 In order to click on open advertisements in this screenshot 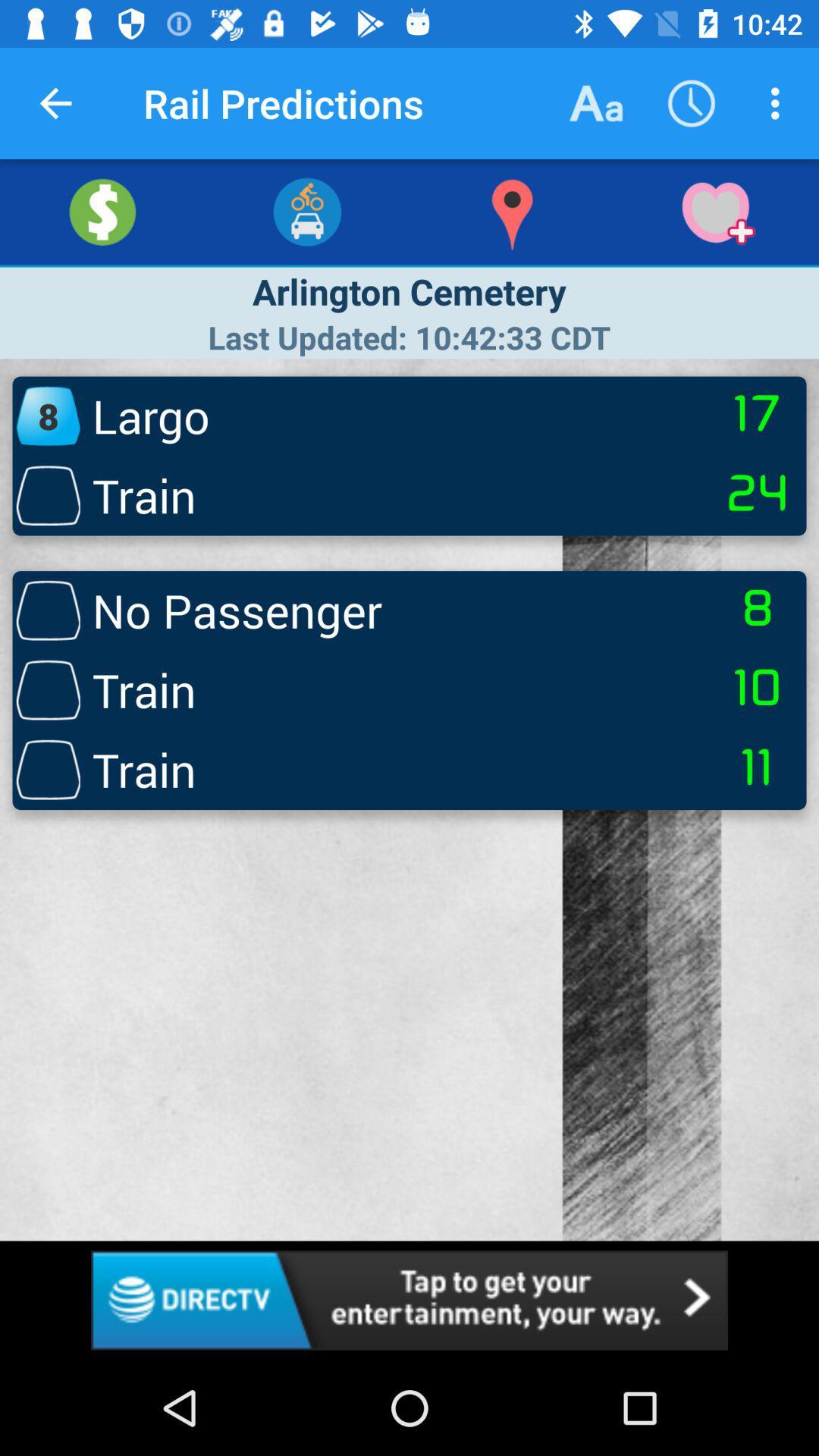, I will do `click(409, 1299)`.